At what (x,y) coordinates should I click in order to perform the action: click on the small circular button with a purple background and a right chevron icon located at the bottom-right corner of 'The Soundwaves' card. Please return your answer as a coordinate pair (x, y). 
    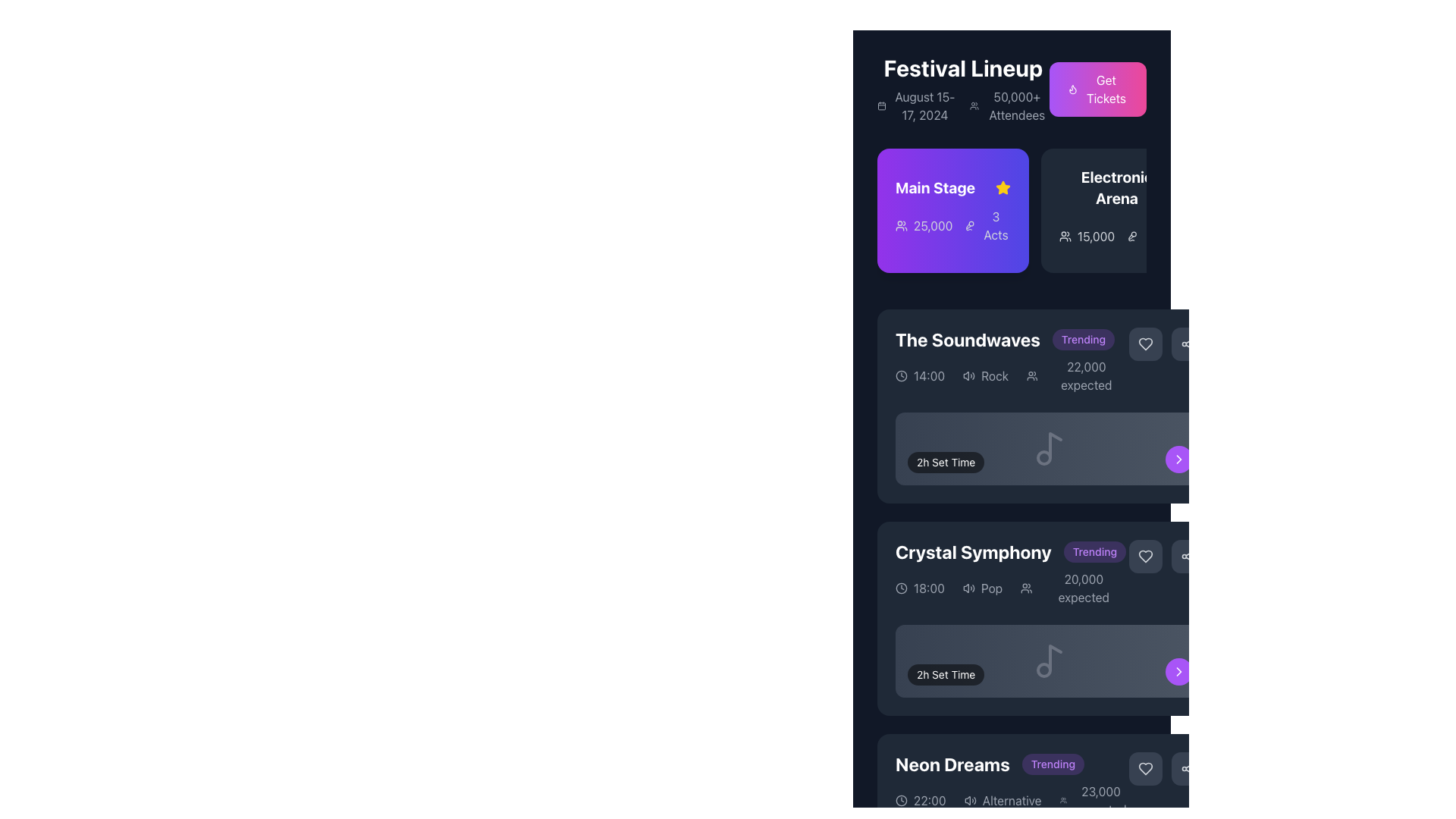
    Looking at the image, I should click on (1178, 458).